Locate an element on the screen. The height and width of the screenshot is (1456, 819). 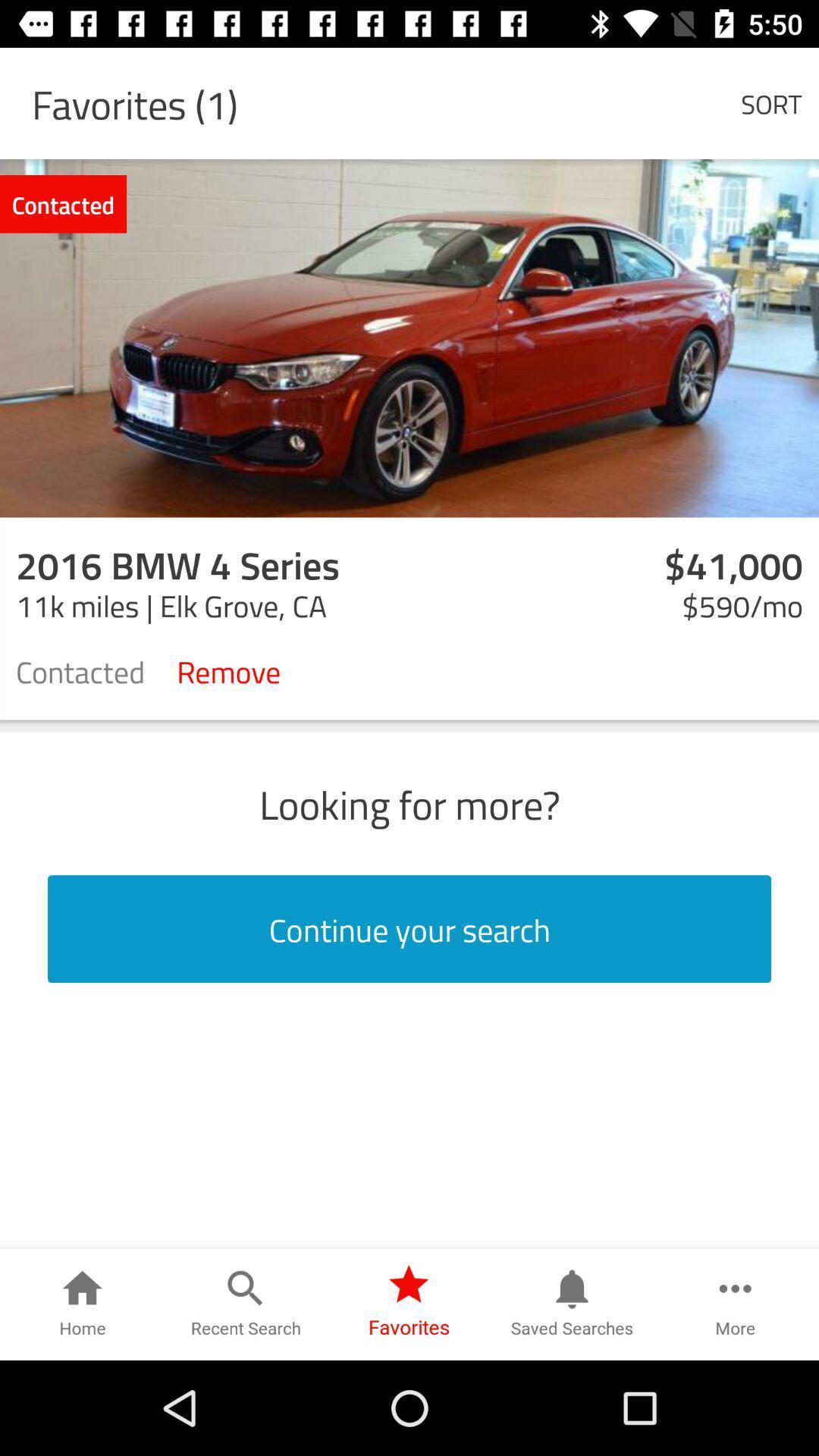
the remove is located at coordinates (228, 670).